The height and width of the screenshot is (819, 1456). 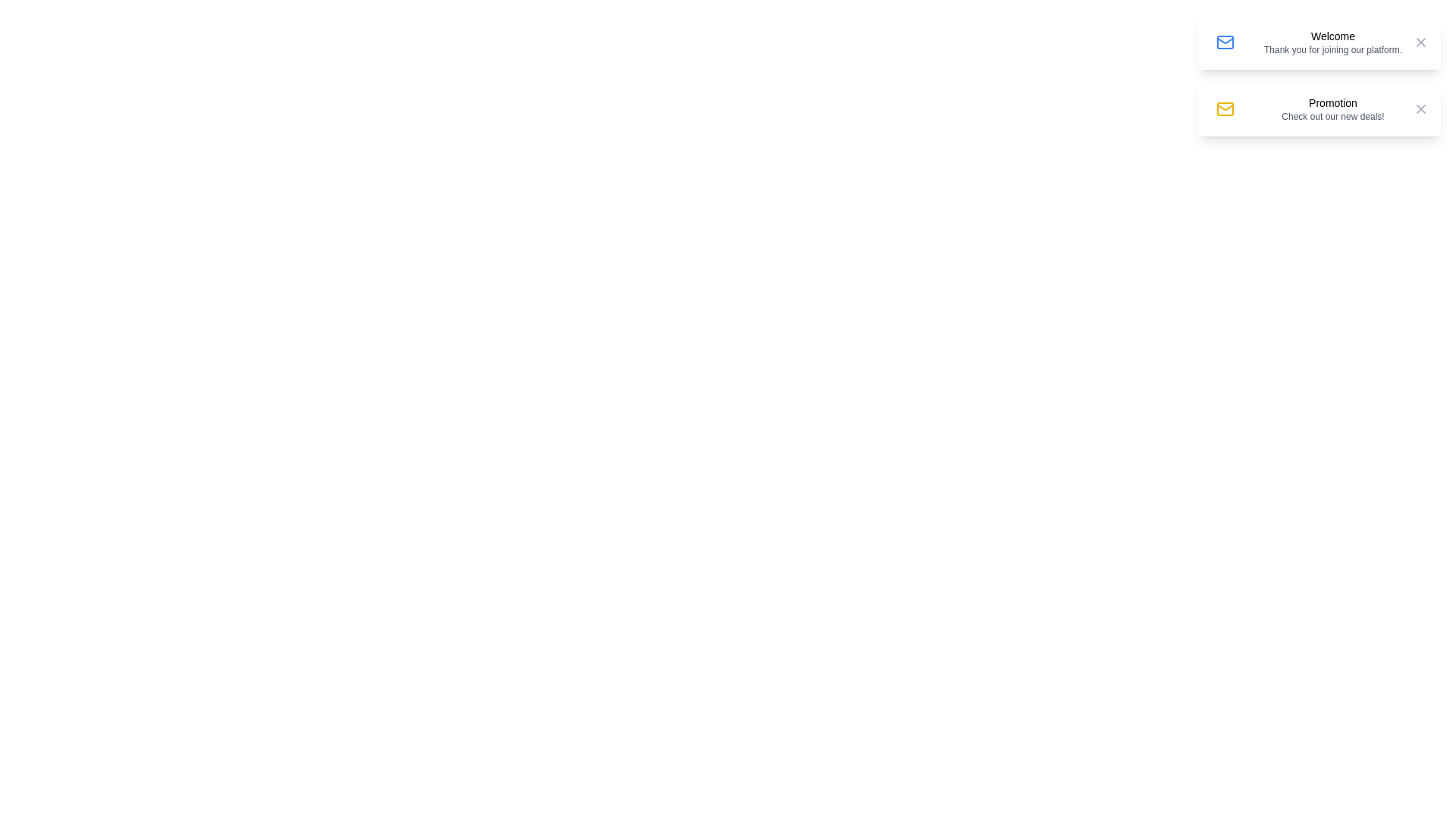 I want to click on small square envelope icon with yellow lines located in the top-left corner of the 'Promotion' notification card, so click(x=1225, y=108).